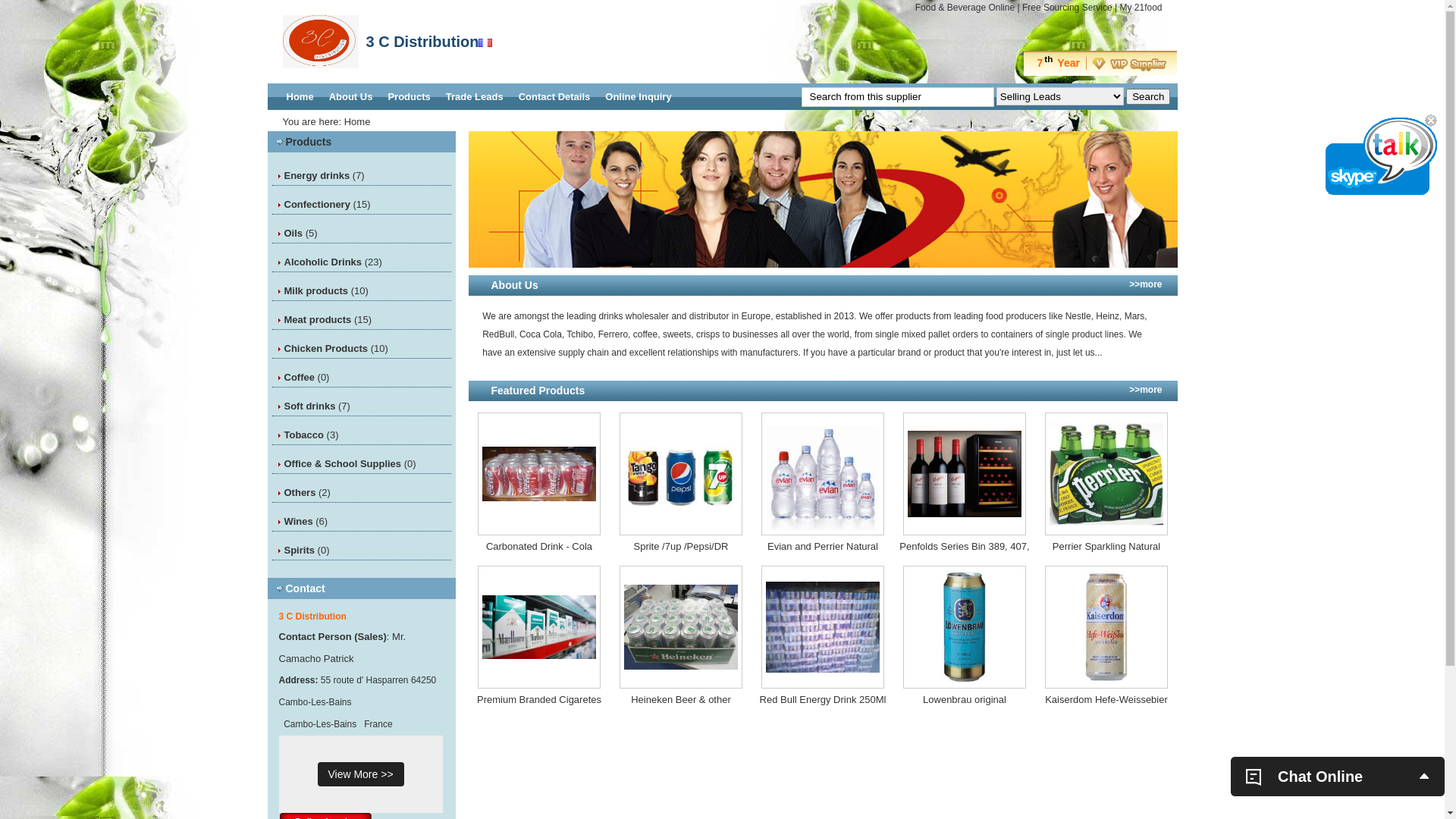 This screenshot has width=1456, height=819. I want to click on 'Contact', so click(284, 587).